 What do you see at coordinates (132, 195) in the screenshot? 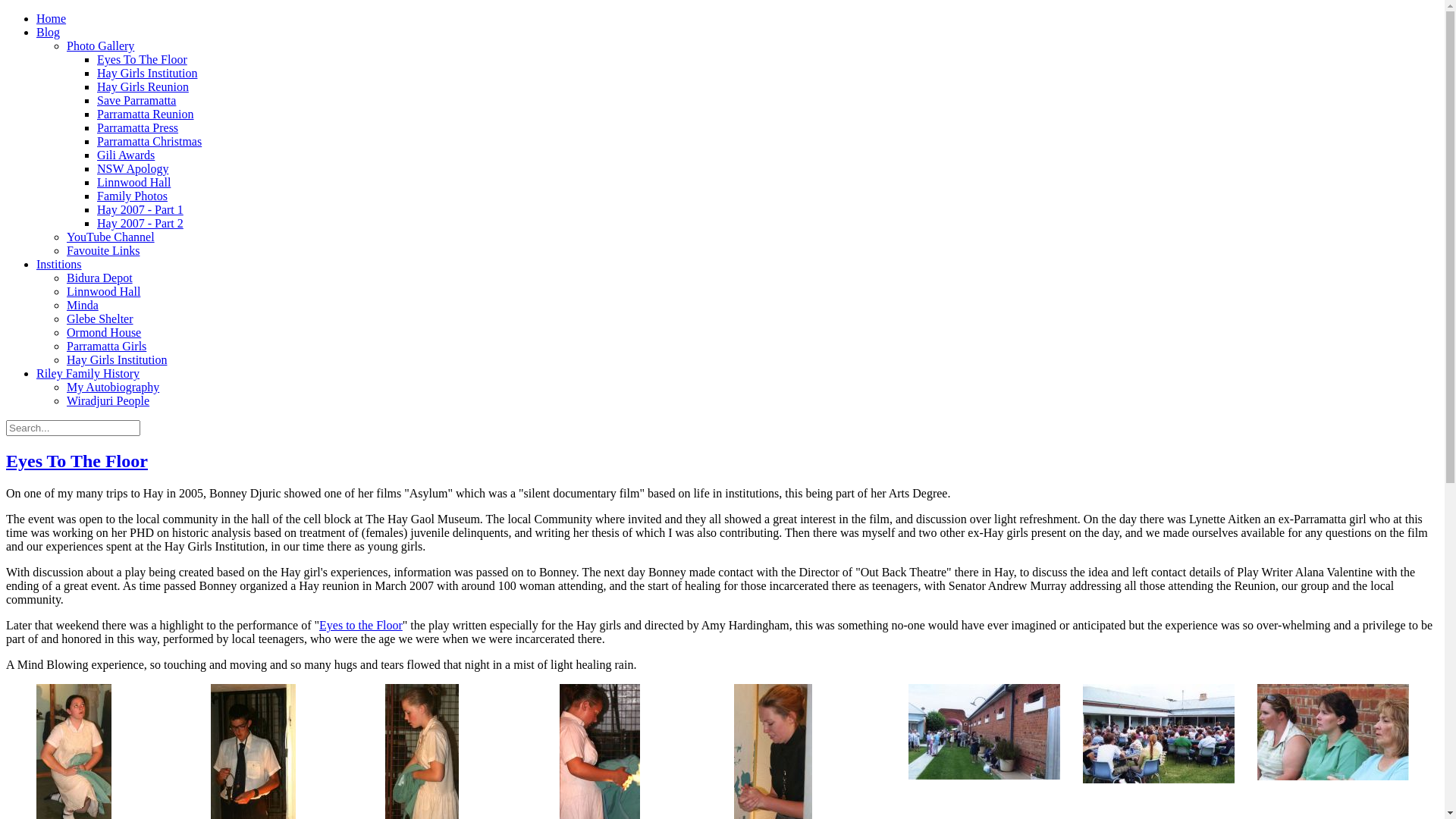
I see `'Family Photos'` at bounding box center [132, 195].